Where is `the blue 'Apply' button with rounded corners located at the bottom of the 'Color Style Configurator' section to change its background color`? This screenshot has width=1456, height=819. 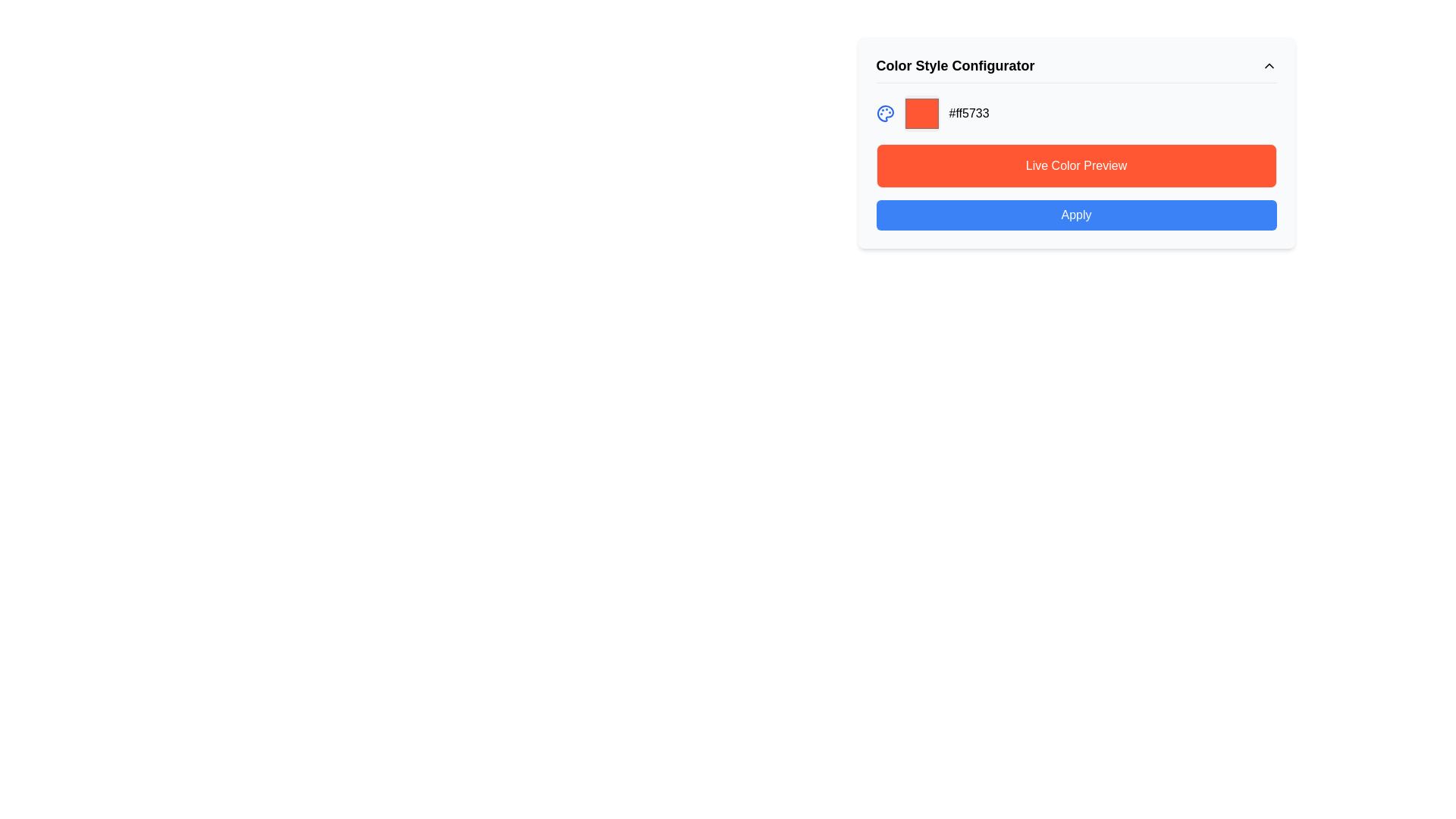 the blue 'Apply' button with rounded corners located at the bottom of the 'Color Style Configurator' section to change its background color is located at coordinates (1075, 215).